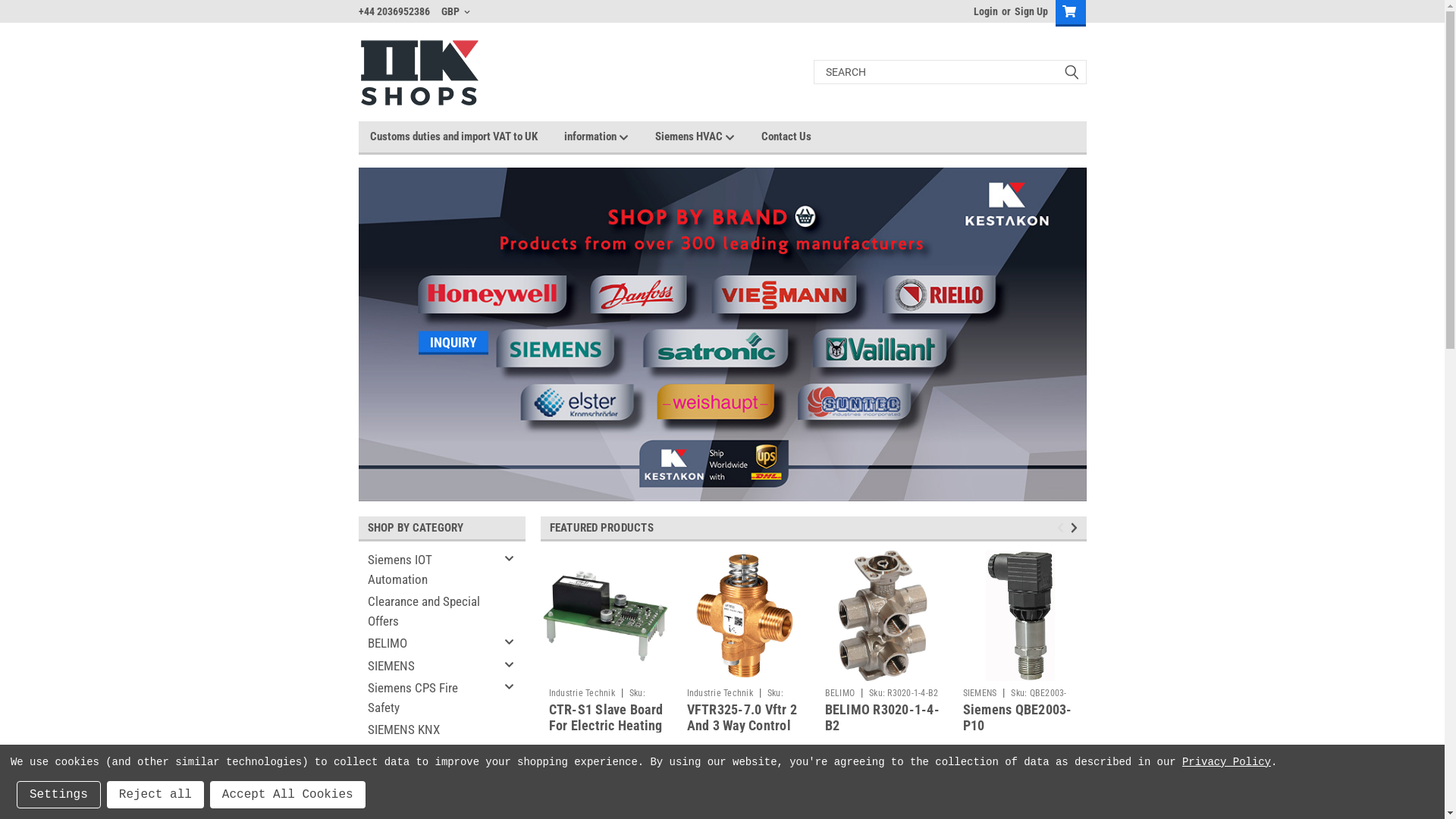 The image size is (1456, 819). I want to click on 'Next', so click(1075, 527).